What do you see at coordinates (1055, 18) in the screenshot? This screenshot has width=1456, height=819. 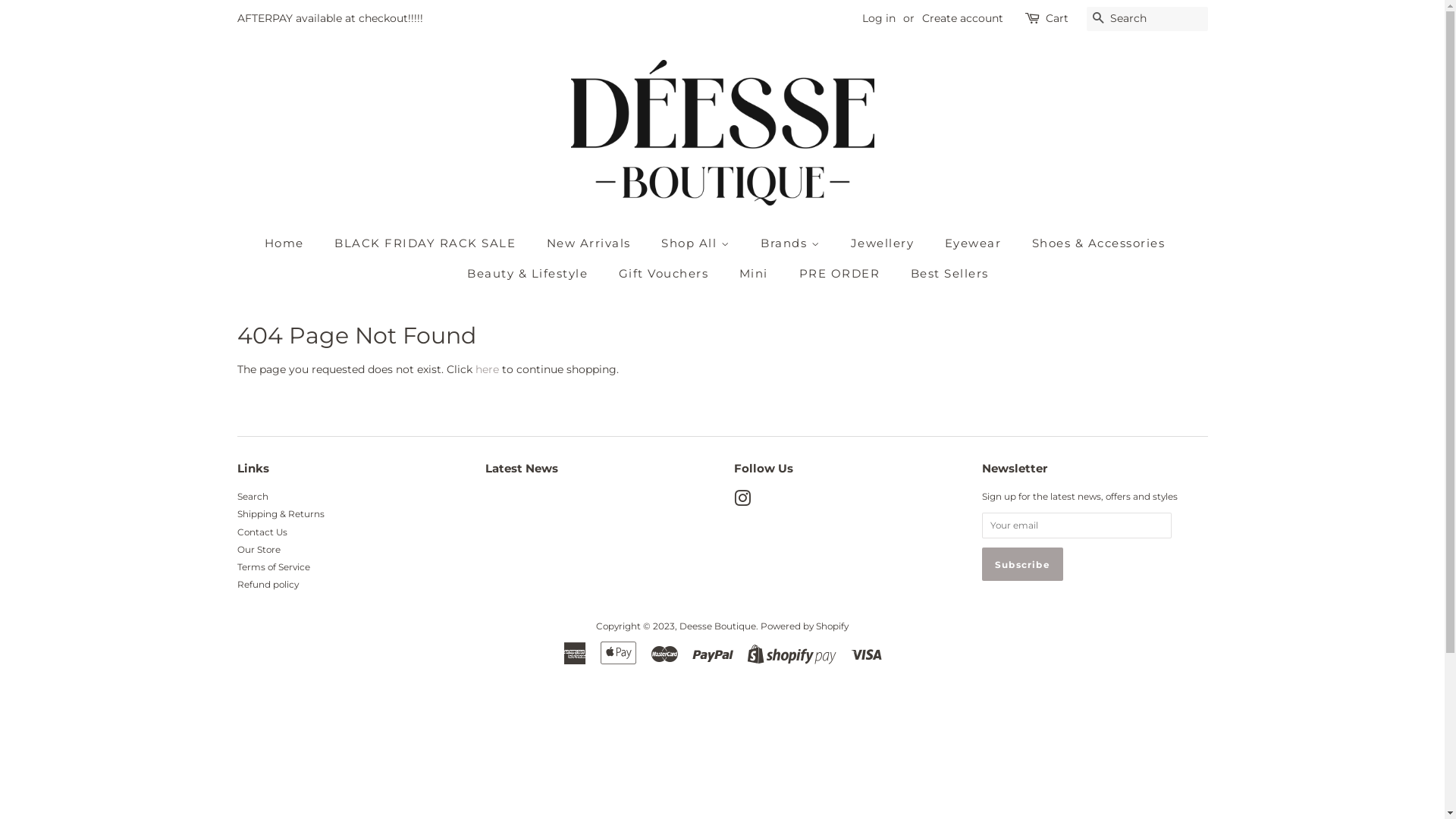 I see `'Cart'` at bounding box center [1055, 18].